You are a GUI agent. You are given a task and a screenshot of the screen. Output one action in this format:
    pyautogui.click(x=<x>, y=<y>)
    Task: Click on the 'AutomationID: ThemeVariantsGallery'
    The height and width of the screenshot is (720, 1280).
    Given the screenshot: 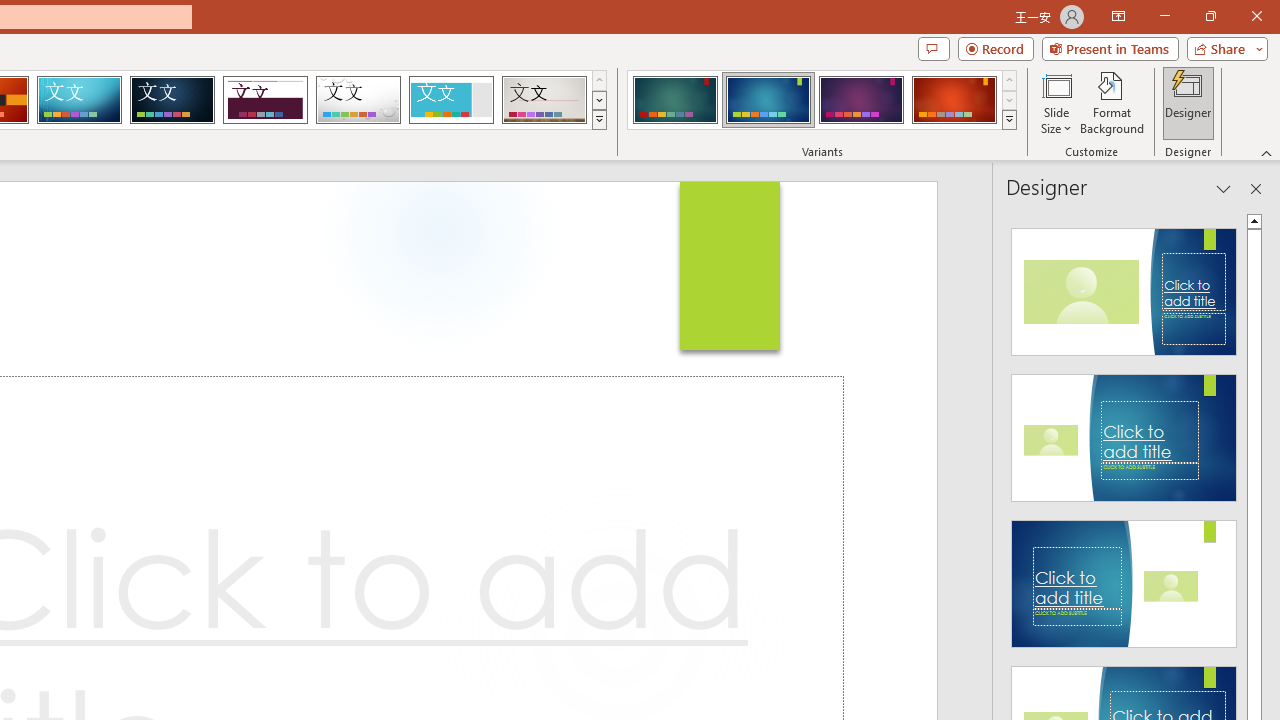 What is the action you would take?
    pyautogui.click(x=823, y=100)
    